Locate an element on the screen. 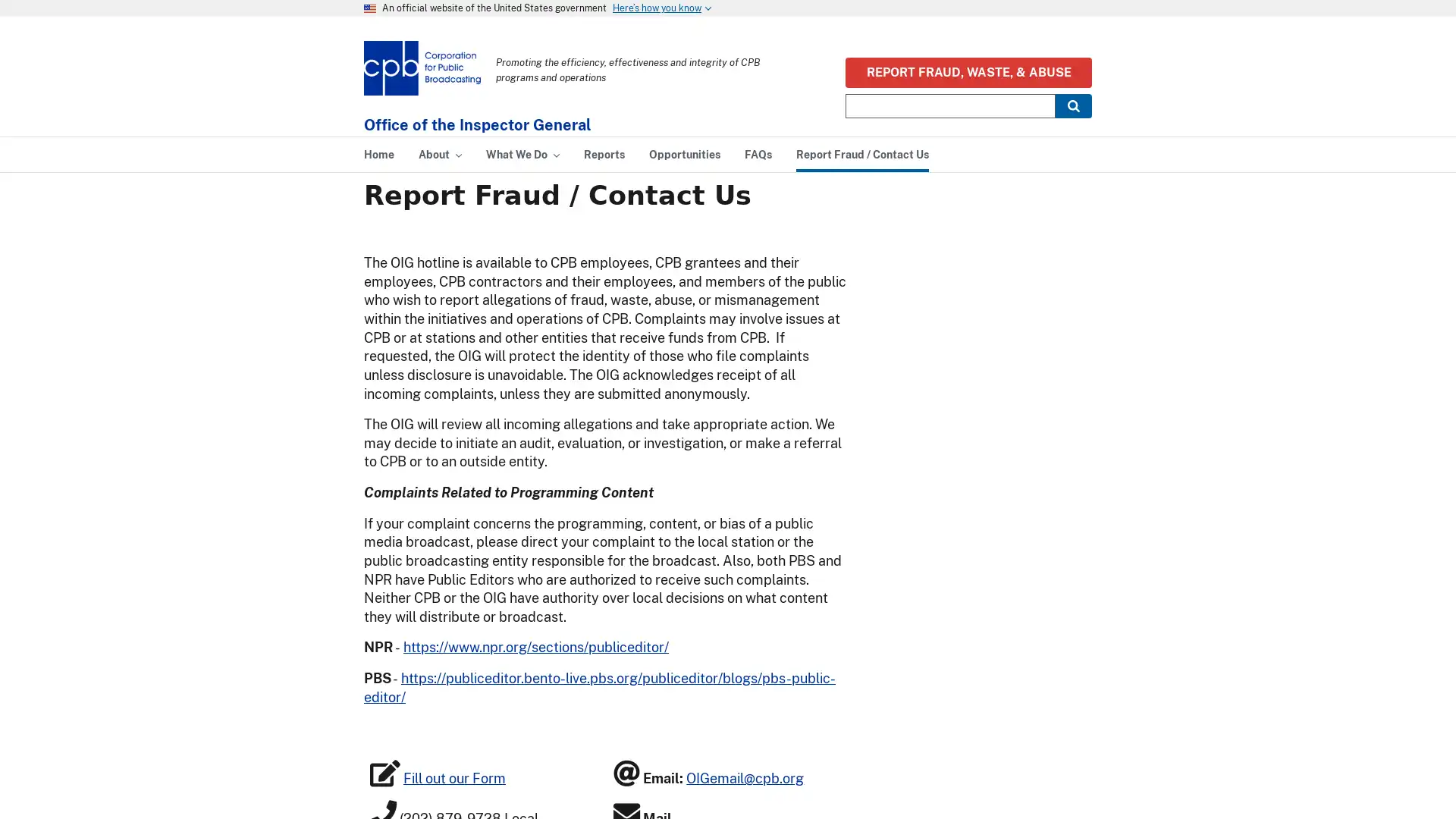  About is located at coordinates (439, 155).